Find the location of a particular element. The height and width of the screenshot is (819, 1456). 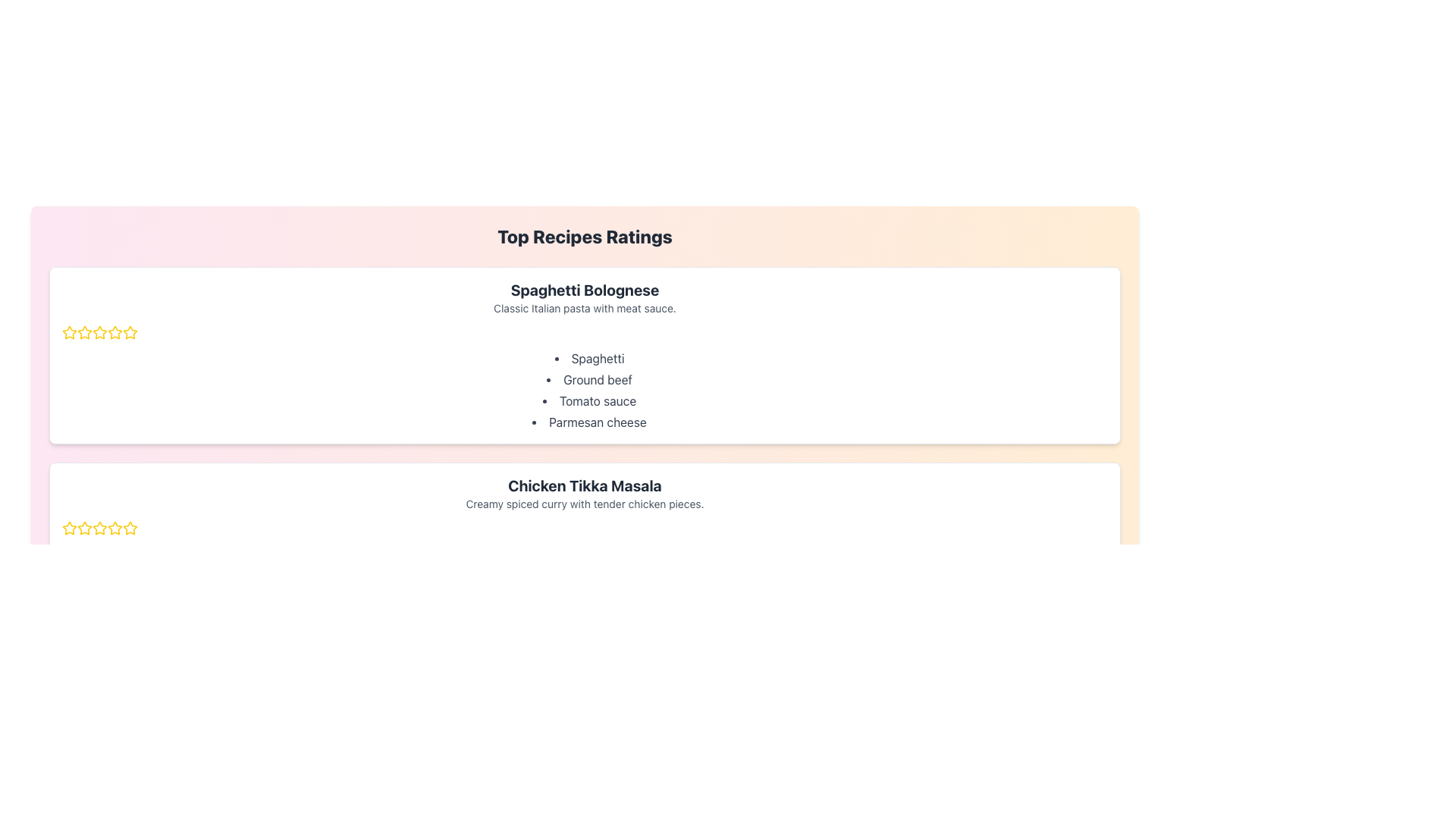

the first star-shaped icon filled with yellow, located in the top-left section of the 'Spaghetti Bolognese' recipe card is located at coordinates (83, 331).